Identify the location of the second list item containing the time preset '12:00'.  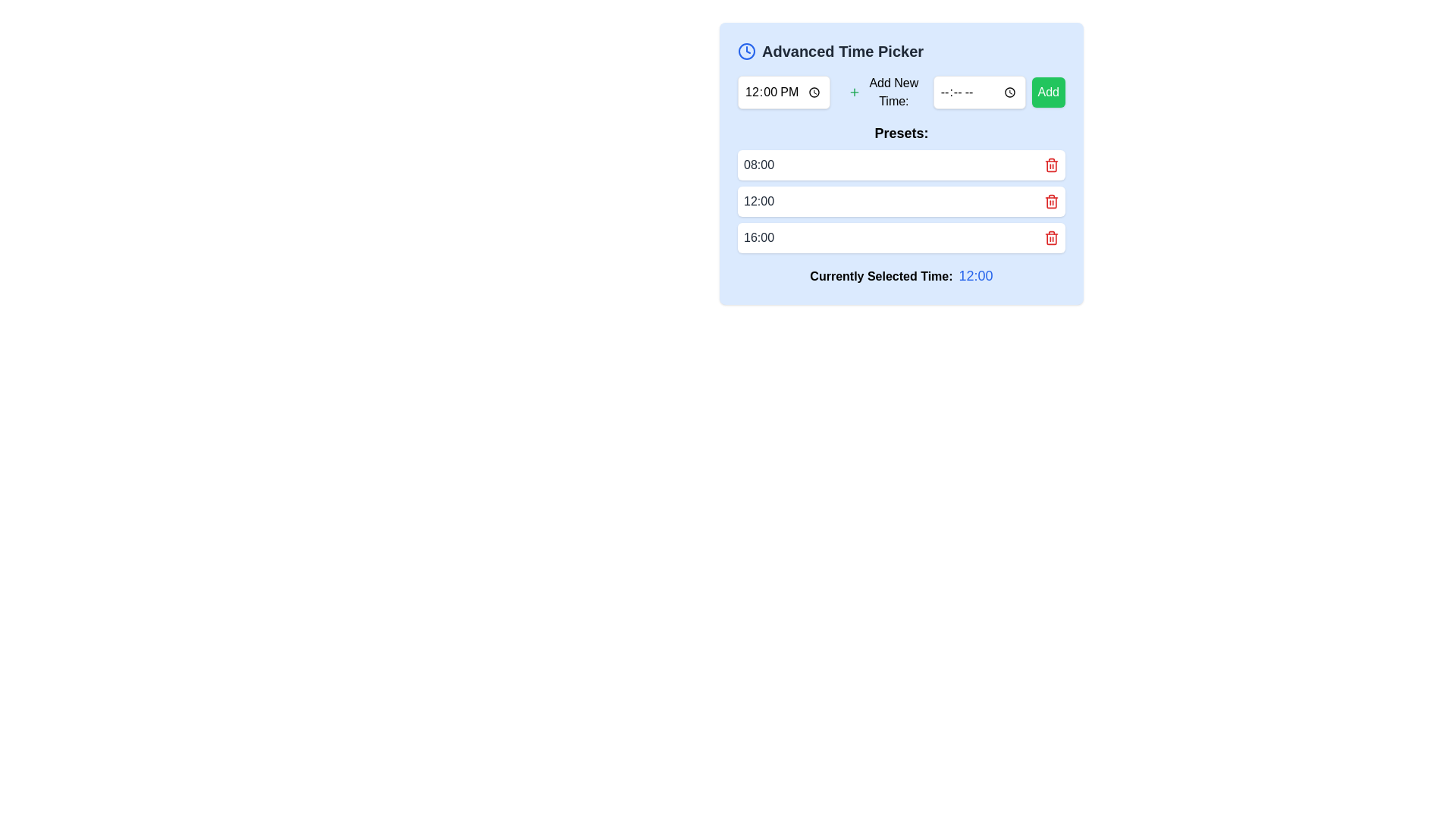
(902, 201).